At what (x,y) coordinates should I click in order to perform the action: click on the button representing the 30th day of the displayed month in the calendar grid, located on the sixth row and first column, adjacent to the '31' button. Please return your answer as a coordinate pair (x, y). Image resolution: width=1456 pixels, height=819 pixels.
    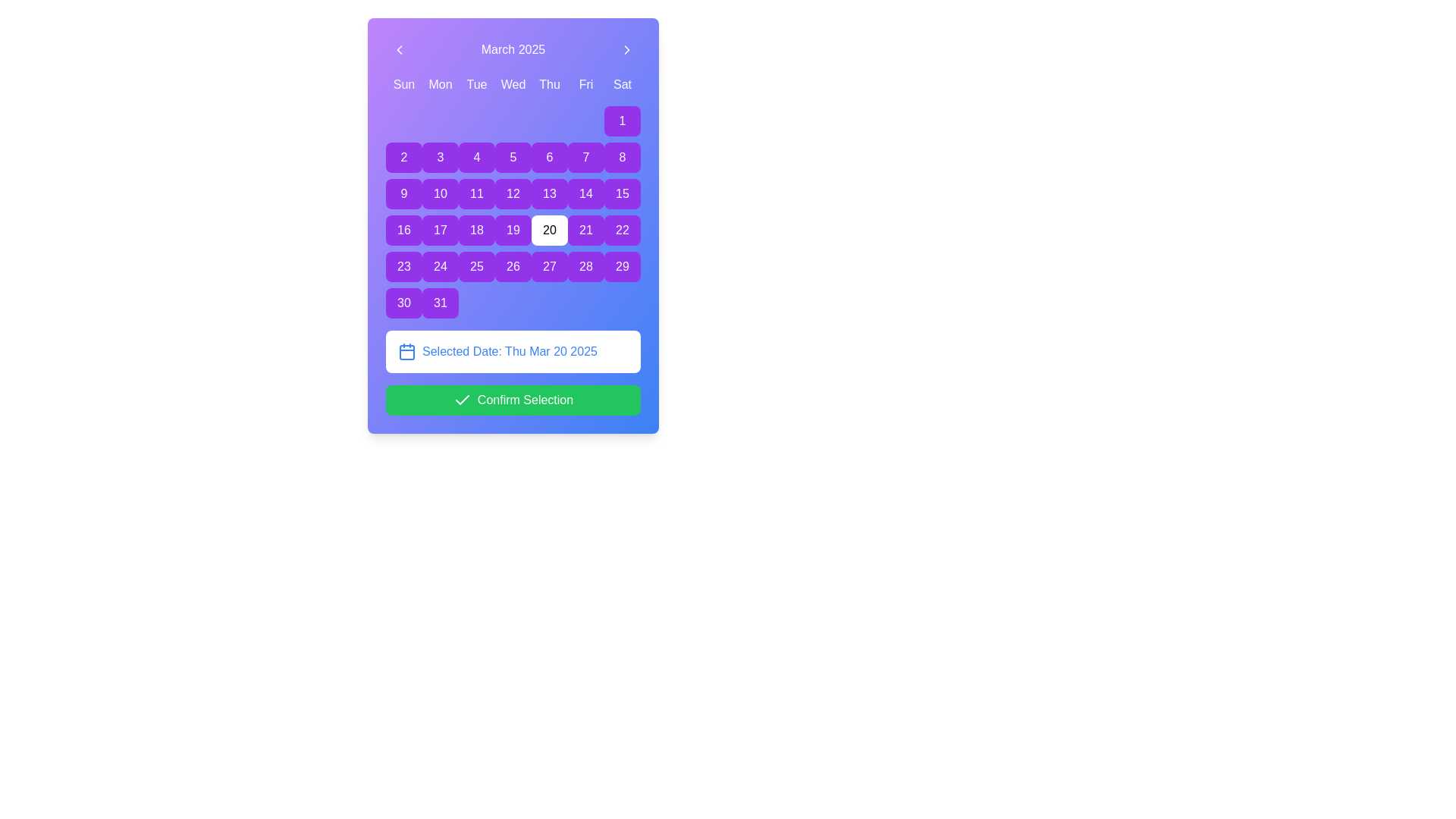
    Looking at the image, I should click on (403, 303).